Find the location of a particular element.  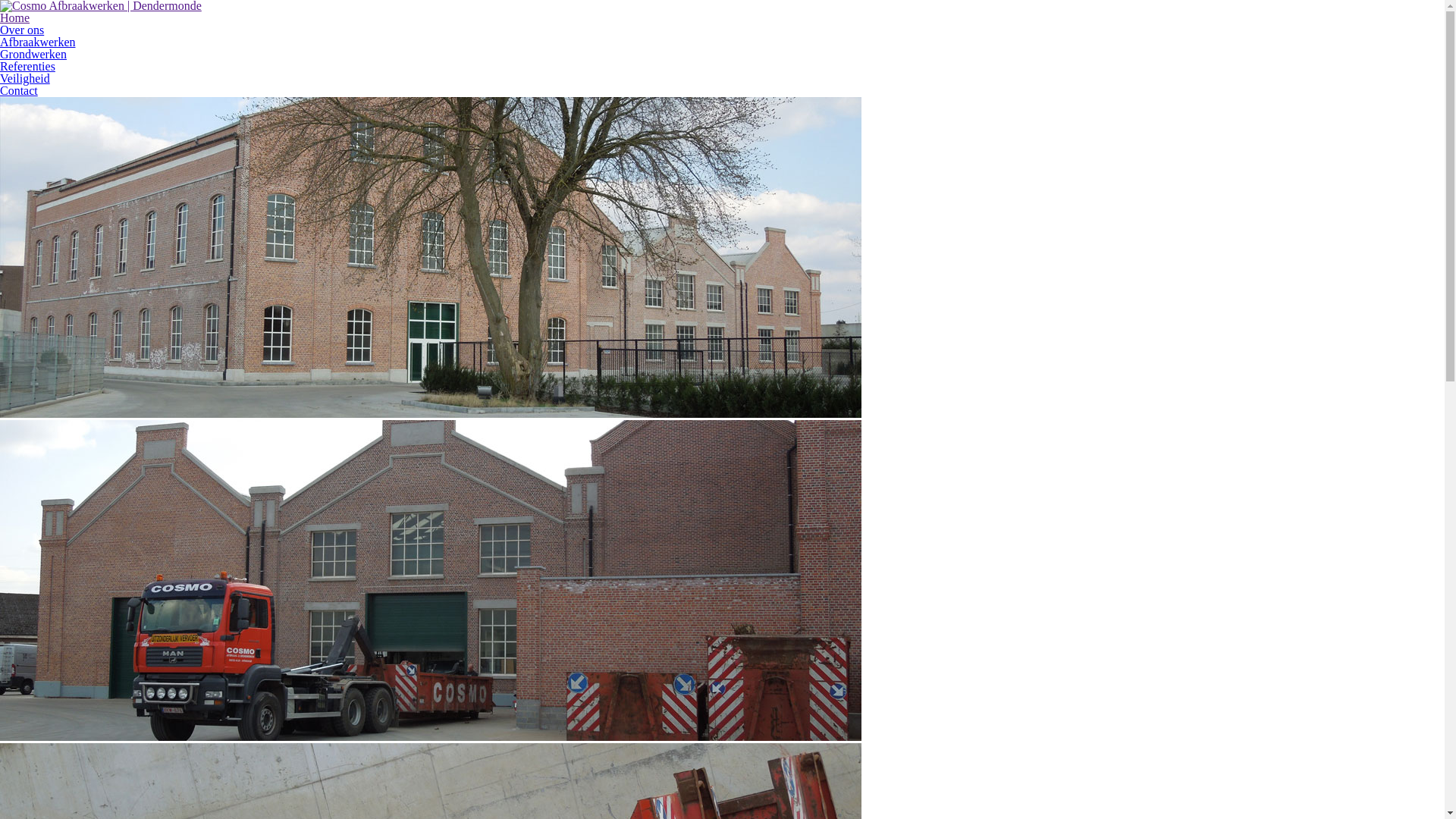

'Contact' is located at coordinates (18, 90).